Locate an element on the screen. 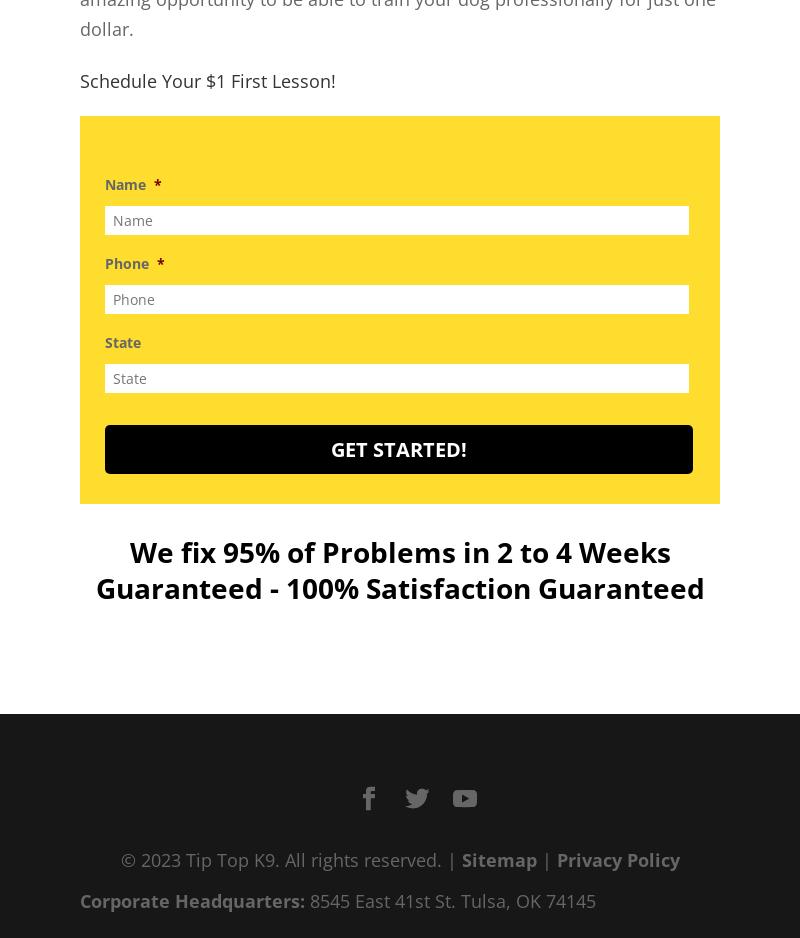 The image size is (800, 938). 'We fix' is located at coordinates (128, 550).